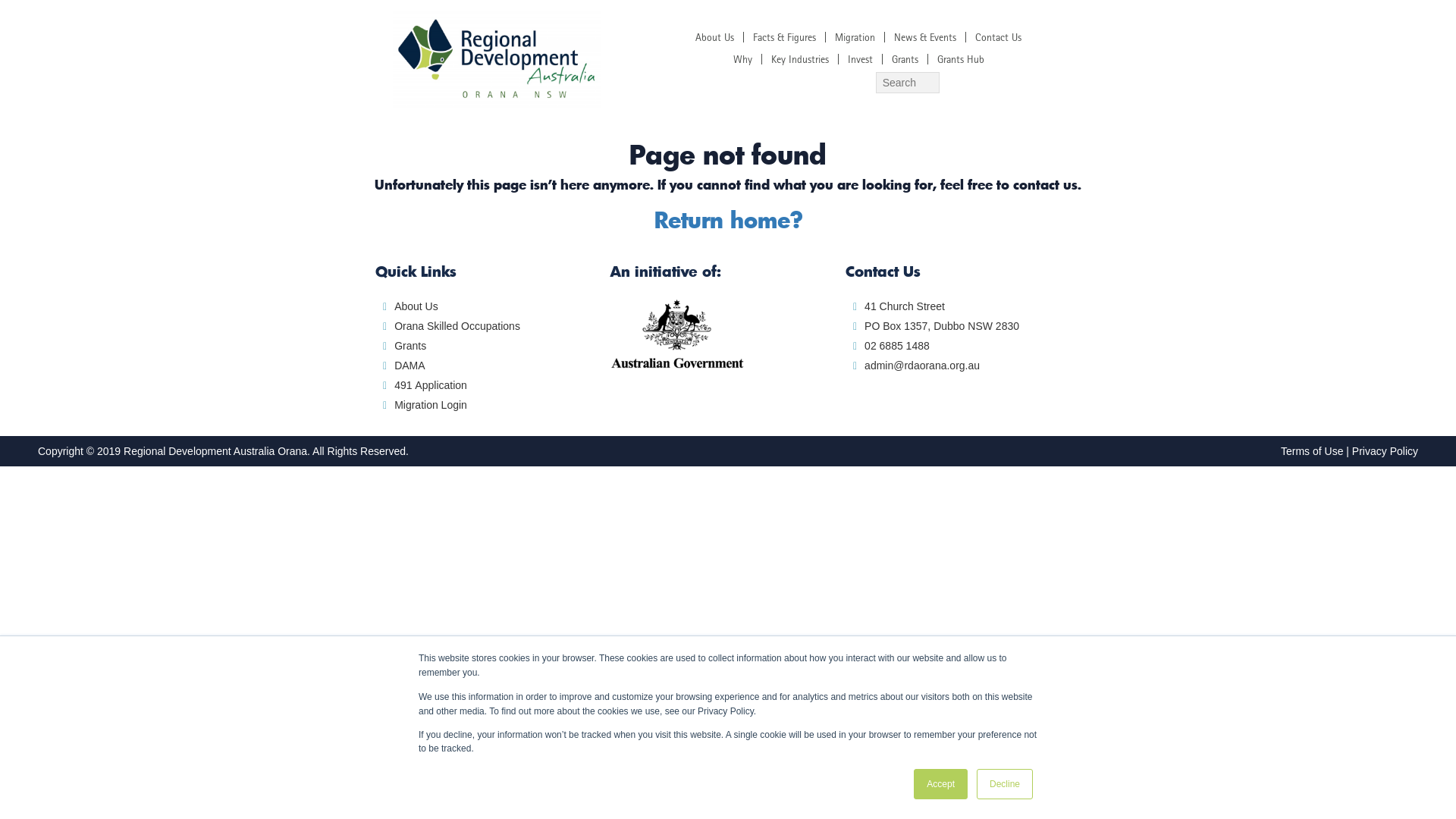 The width and height of the screenshot is (1456, 819). Describe the element at coordinates (714, 36) in the screenshot. I see `'About Us'` at that location.